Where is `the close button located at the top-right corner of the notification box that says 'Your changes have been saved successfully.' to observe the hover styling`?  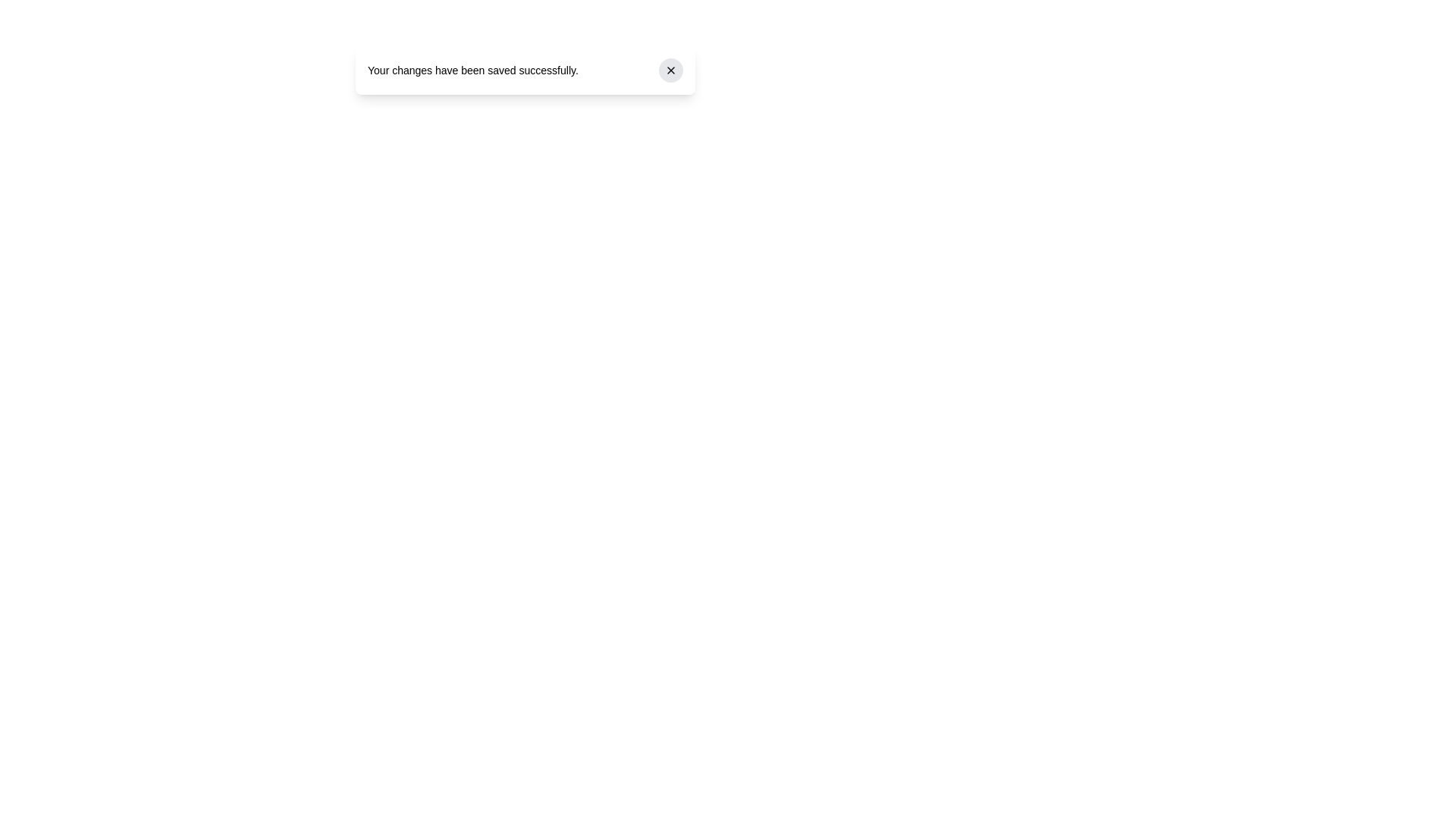
the close button located at the top-right corner of the notification box that says 'Your changes have been saved successfully.' to observe the hover styling is located at coordinates (670, 70).